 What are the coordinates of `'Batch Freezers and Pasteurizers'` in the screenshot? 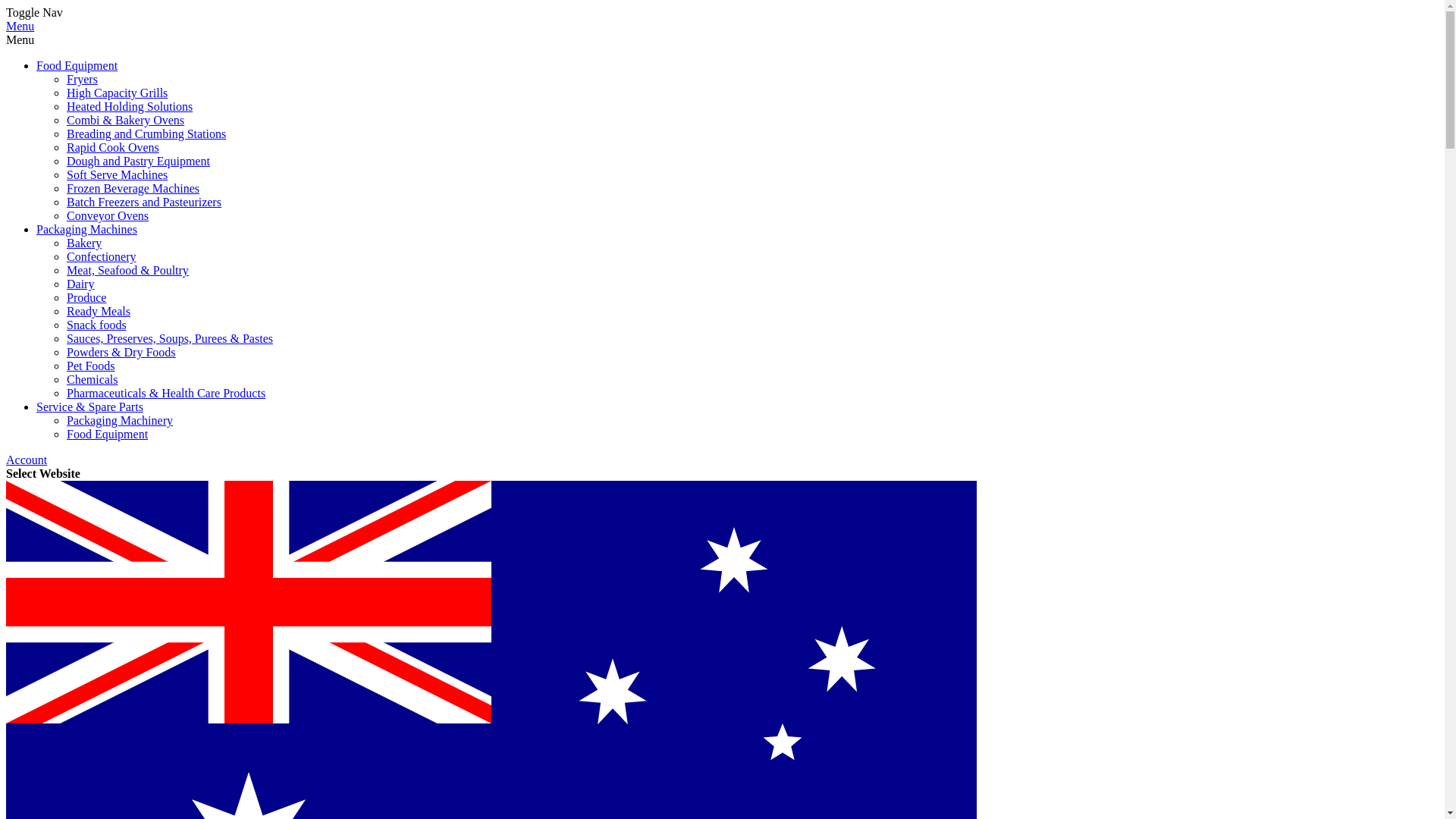 It's located at (144, 201).